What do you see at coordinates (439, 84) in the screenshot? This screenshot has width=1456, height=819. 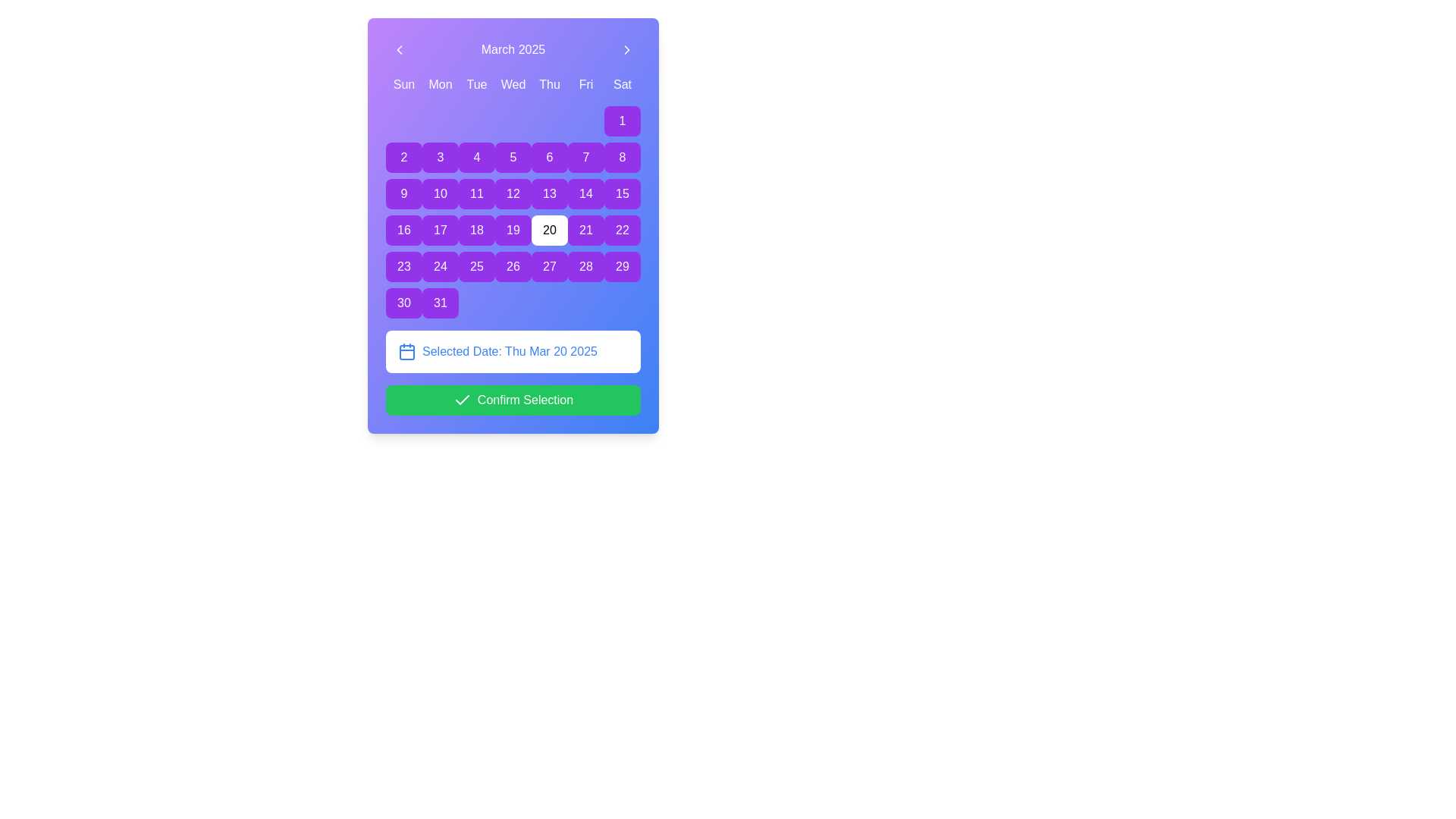 I see `the label for Monday in the weekly day header of the calendar interface, which is the second element in a horizontal layout of days of the week` at bounding box center [439, 84].